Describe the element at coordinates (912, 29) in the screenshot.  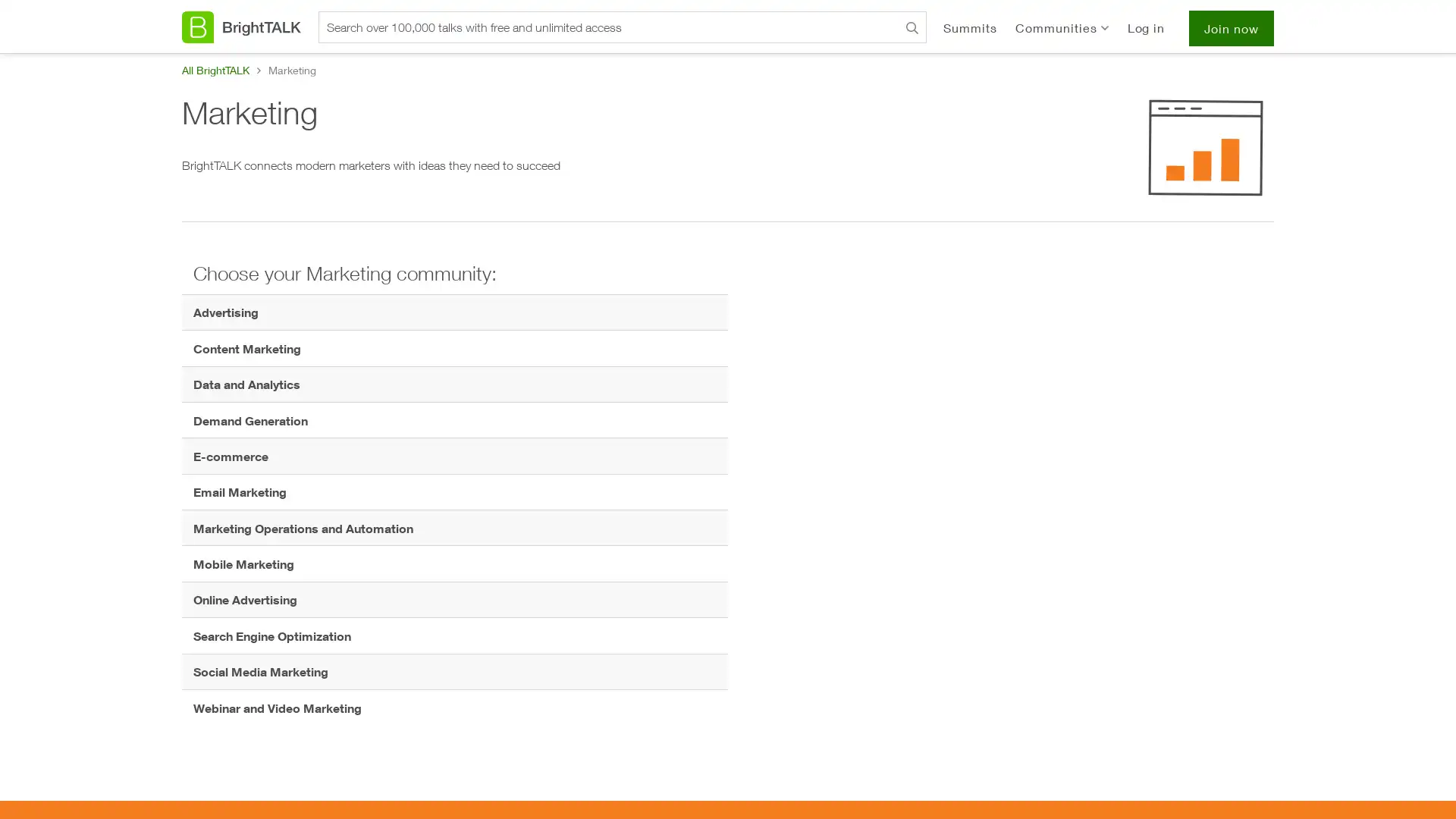
I see `Search BrightTALK` at that location.